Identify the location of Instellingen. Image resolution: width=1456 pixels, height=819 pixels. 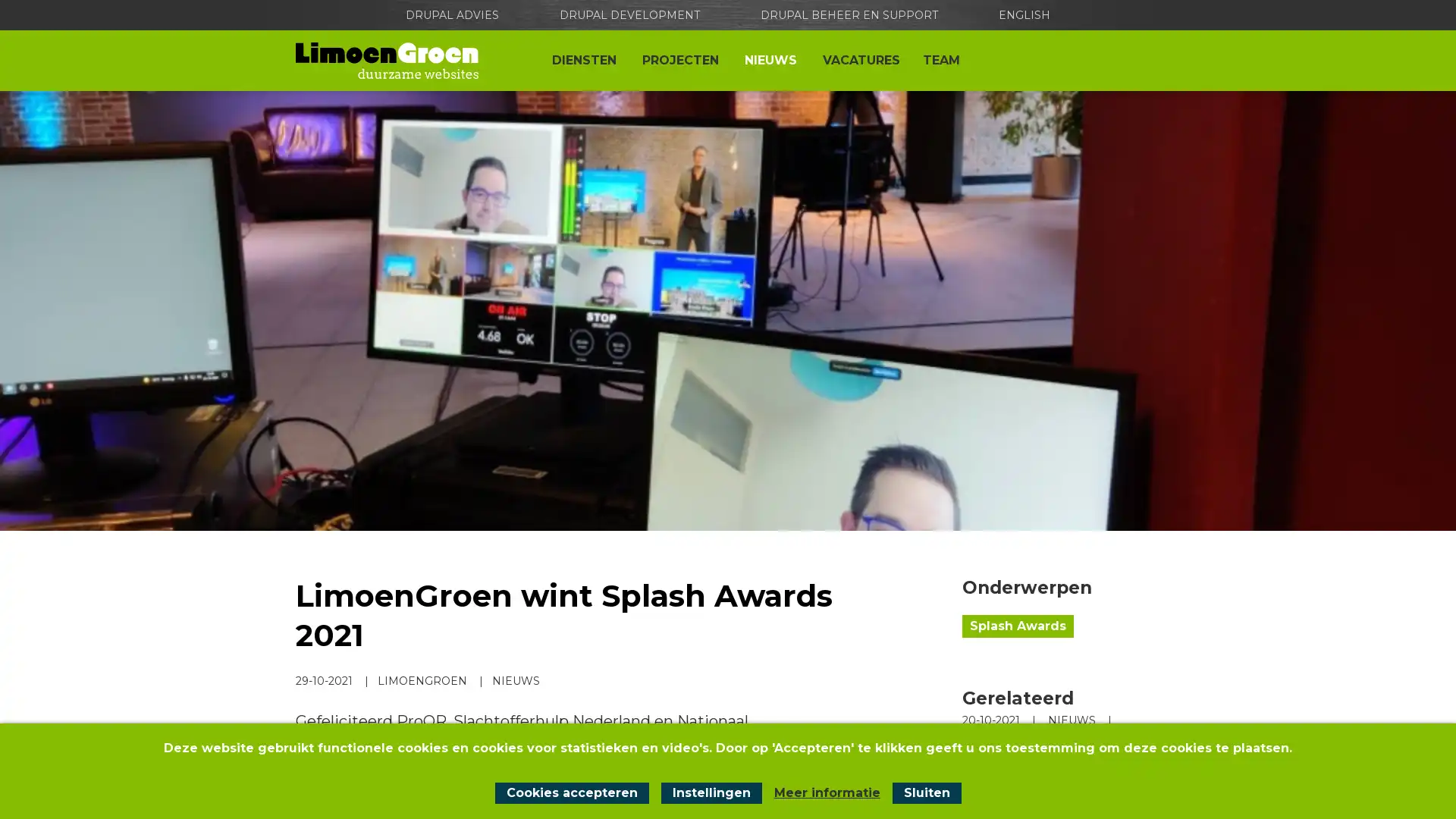
(710, 792).